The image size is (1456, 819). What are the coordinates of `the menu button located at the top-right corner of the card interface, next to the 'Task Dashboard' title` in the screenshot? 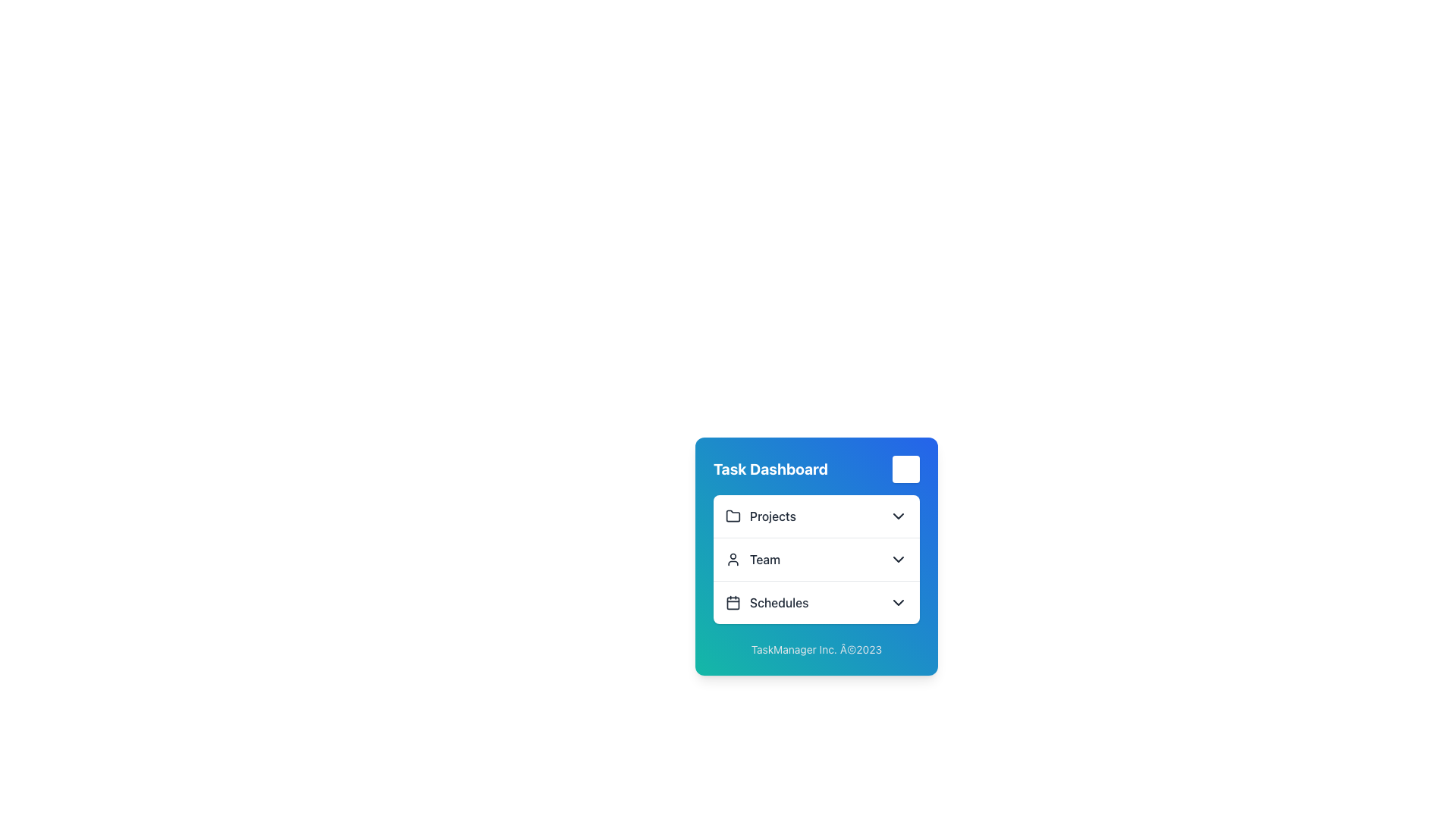 It's located at (906, 468).